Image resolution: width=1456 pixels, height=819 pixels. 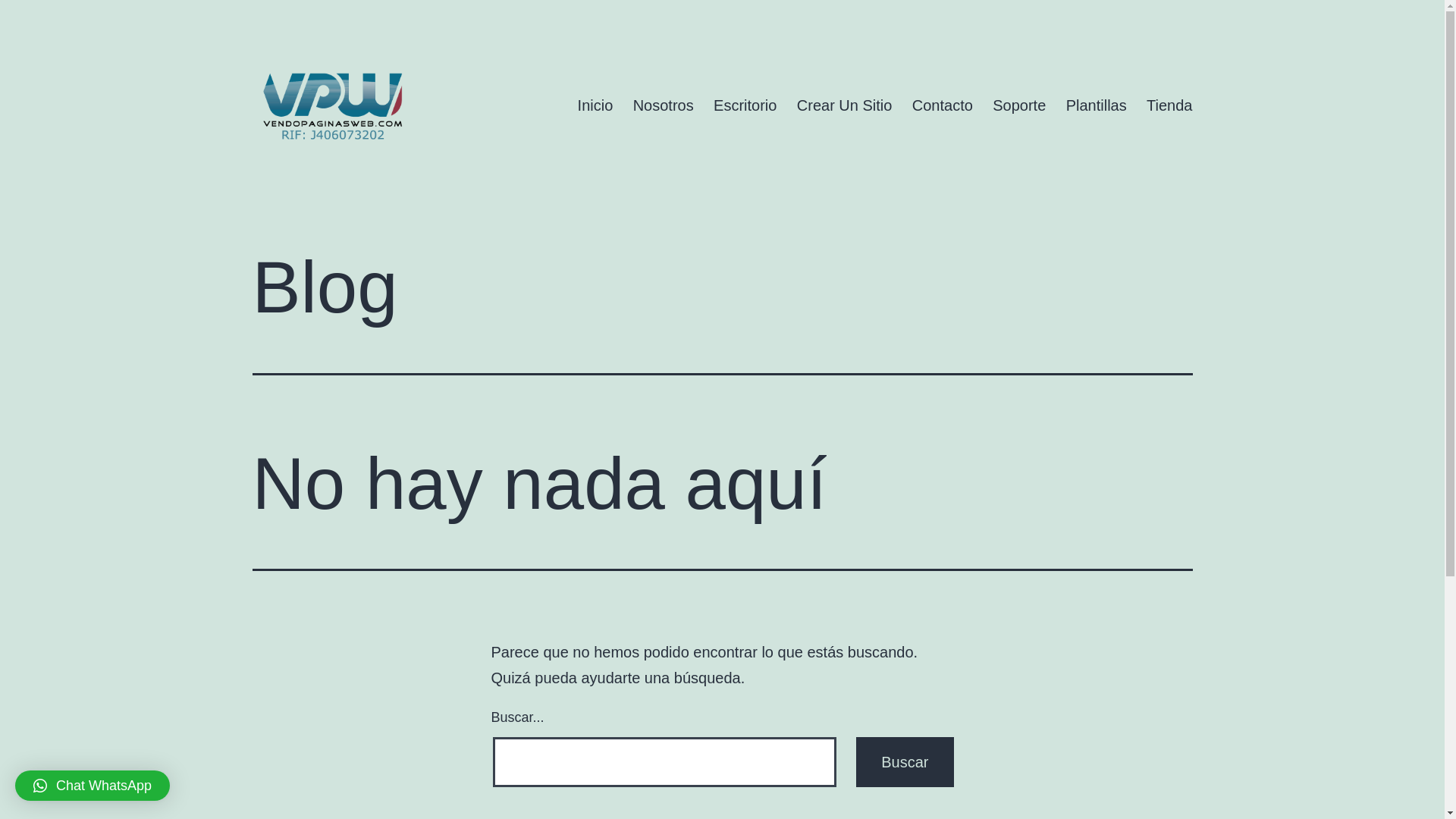 What do you see at coordinates (745, 104) in the screenshot?
I see `'Escritorio'` at bounding box center [745, 104].